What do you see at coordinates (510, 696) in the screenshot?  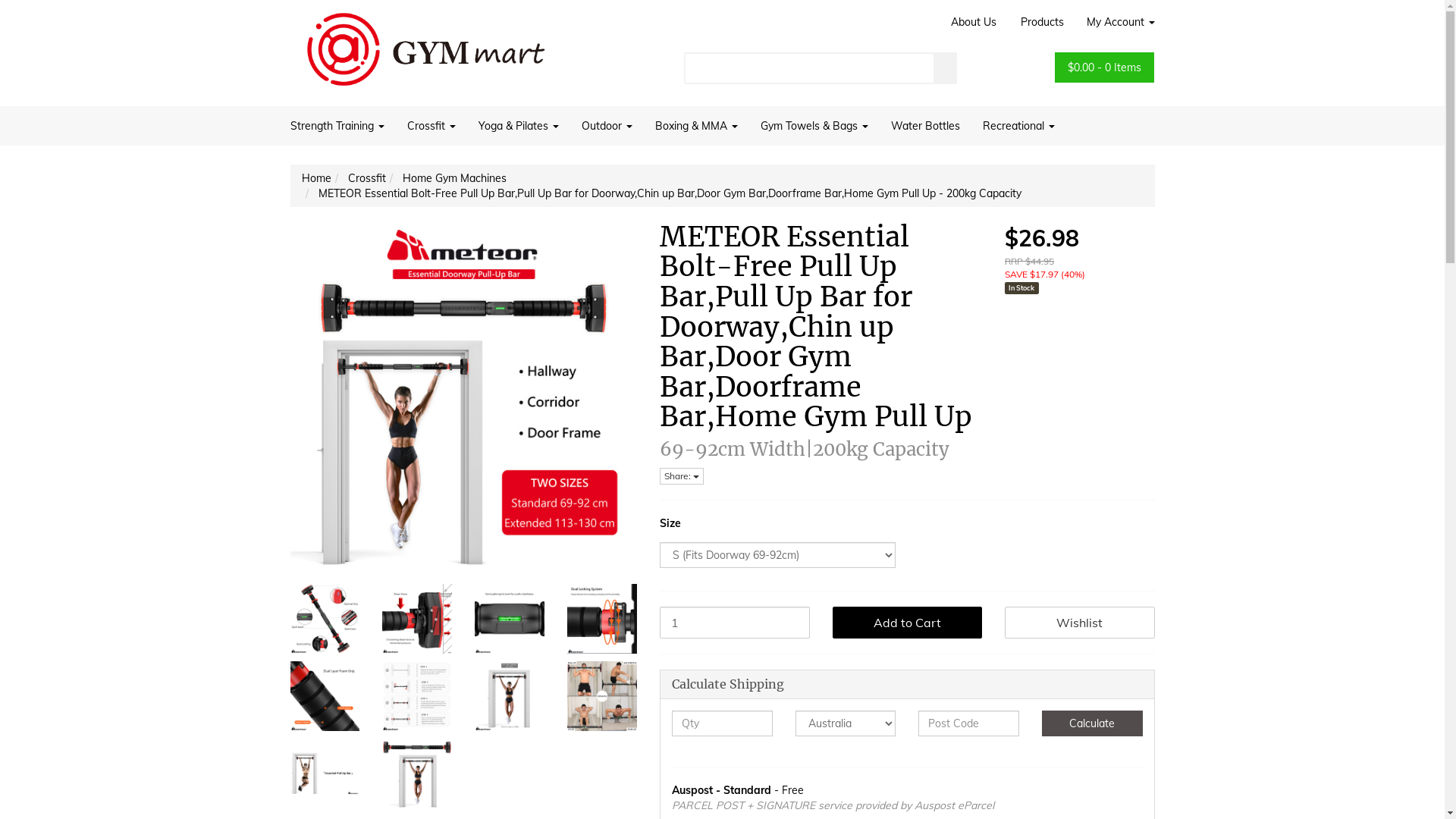 I see `'Large View'` at bounding box center [510, 696].